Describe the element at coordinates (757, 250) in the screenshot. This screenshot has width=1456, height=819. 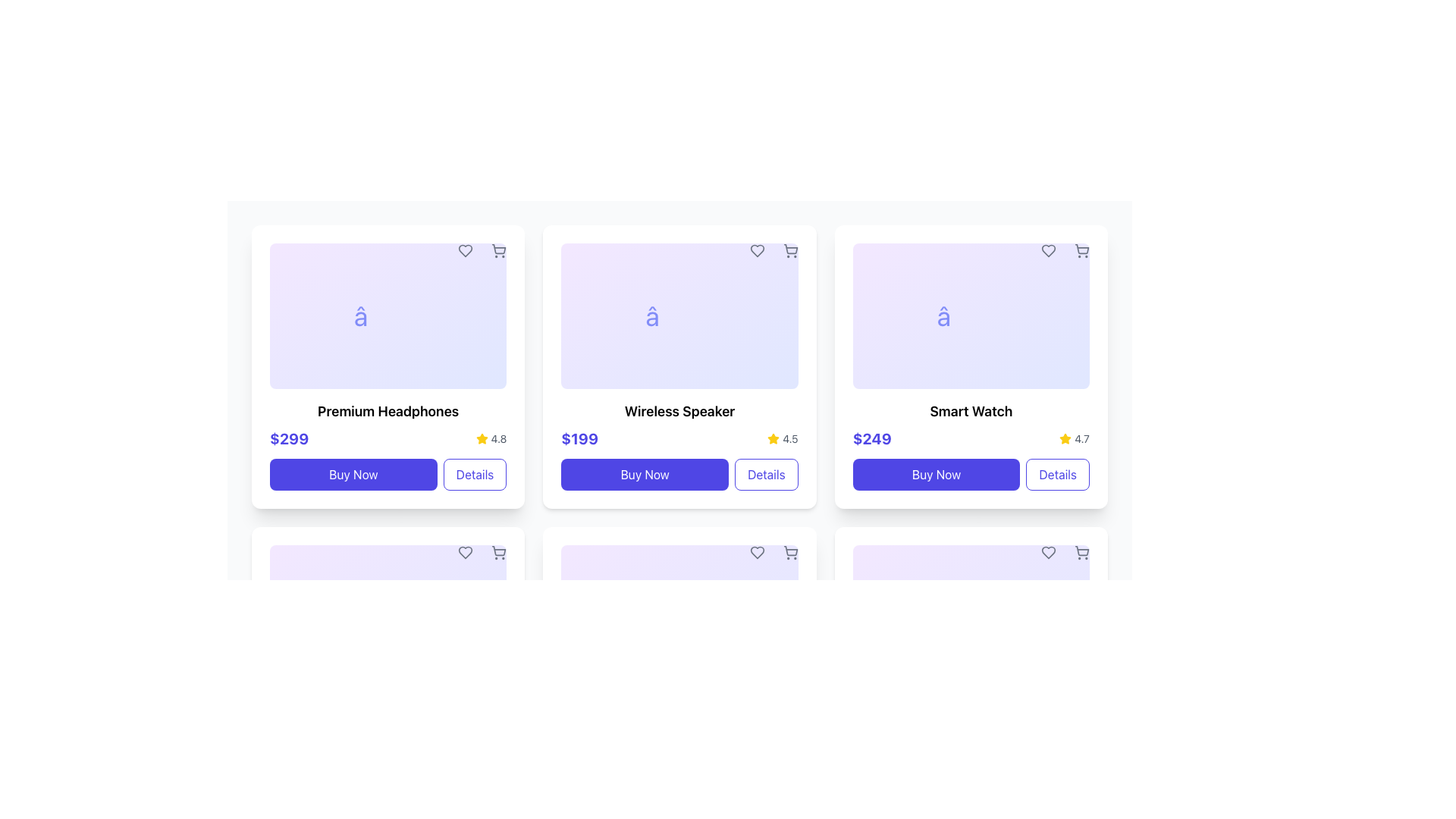
I see `the Heart icon located in the upper-right corner of the product card for the 'Wireless Speaker'` at that location.